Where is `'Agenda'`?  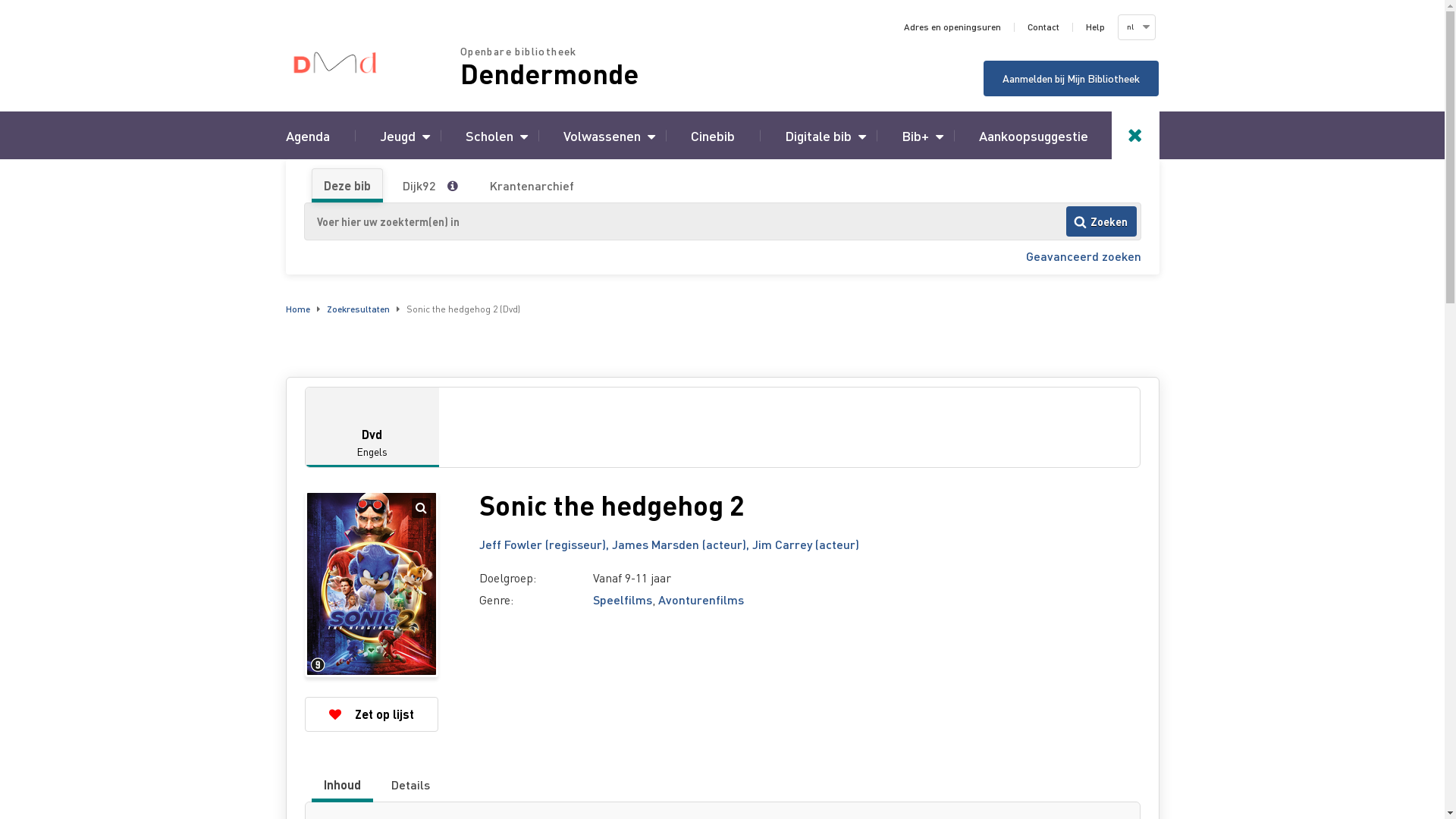
'Agenda' is located at coordinates (306, 134).